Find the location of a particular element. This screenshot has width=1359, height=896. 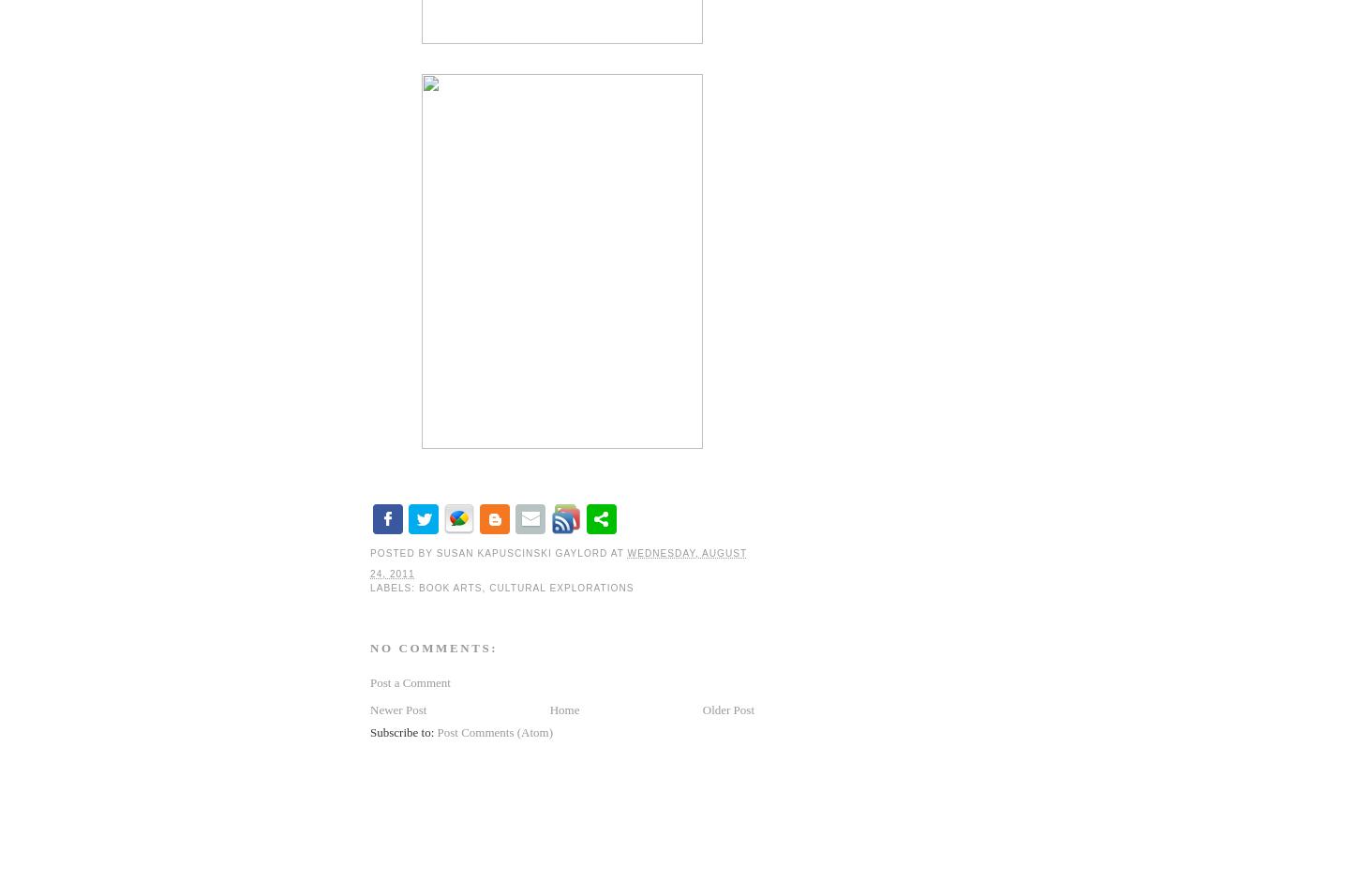

'Susan Kapuscinski Gaylord' is located at coordinates (435, 552).